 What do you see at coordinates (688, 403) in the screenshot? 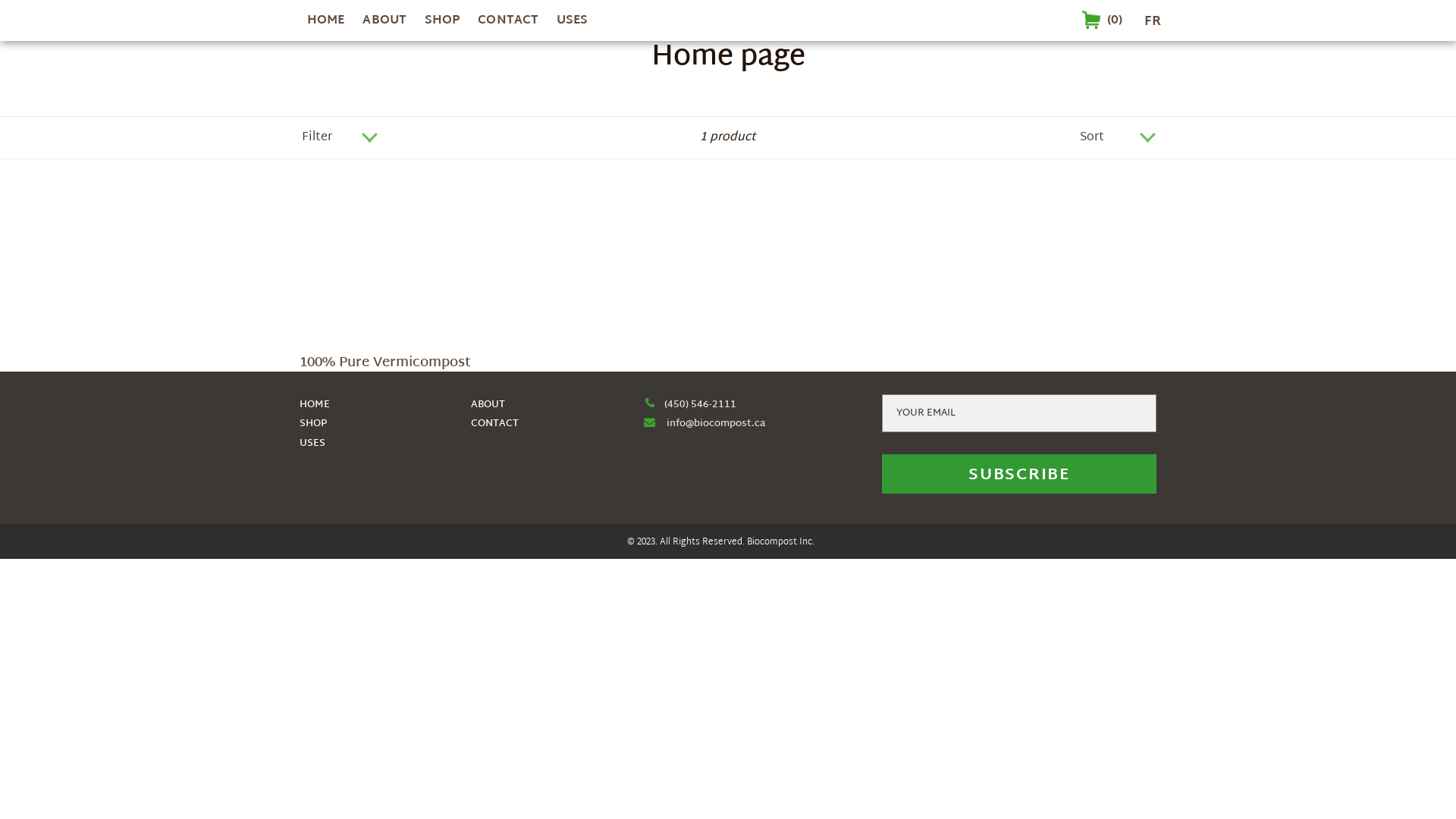
I see `'(450) 546-2111'` at bounding box center [688, 403].